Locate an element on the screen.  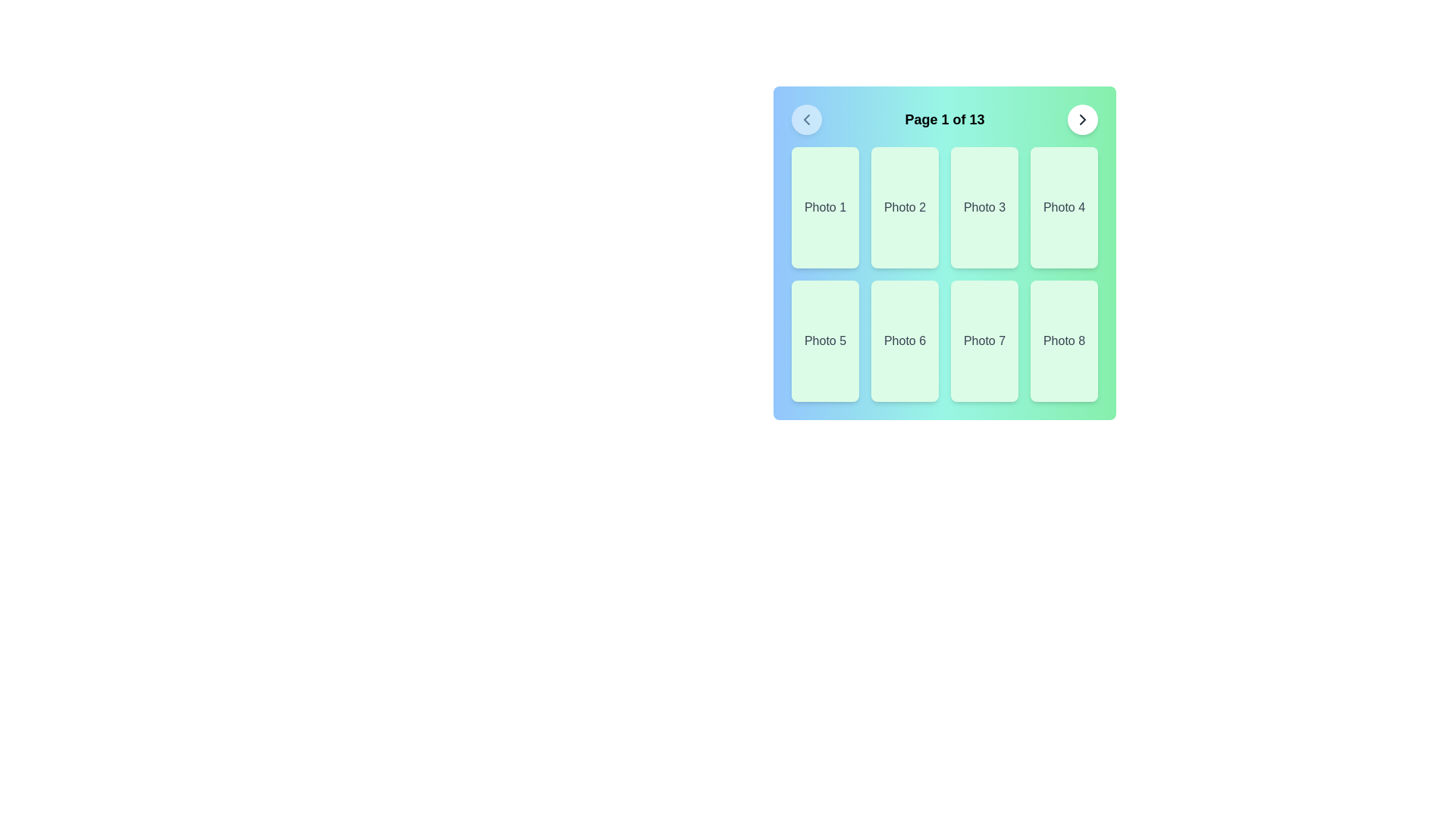
the card labeled 'Photo 1' which is a rectangular element with a soft green background and dark gray text, located at the top-left position of the grid is located at coordinates (824, 207).